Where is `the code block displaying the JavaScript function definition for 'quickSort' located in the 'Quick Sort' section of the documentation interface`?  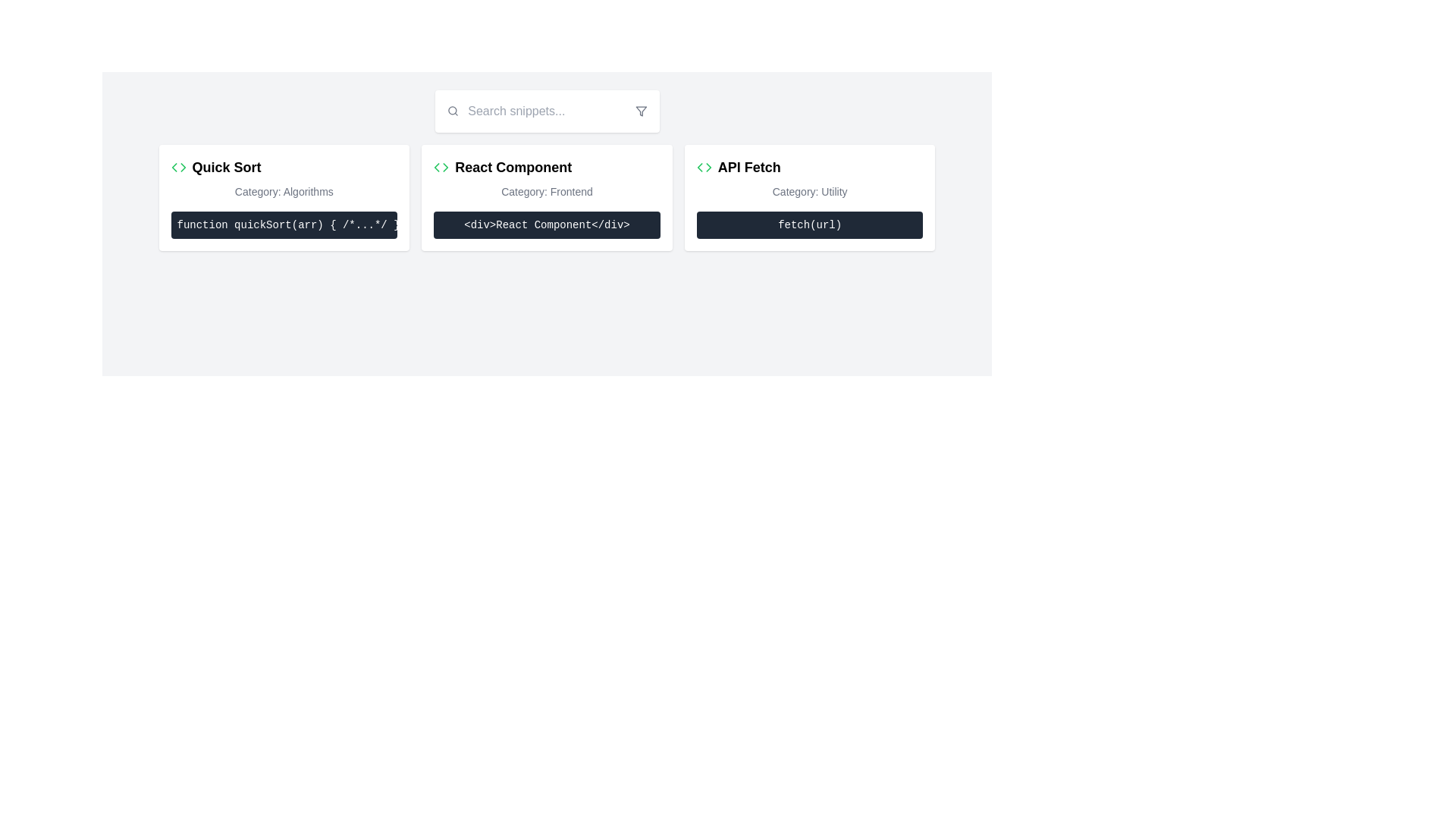
the code block displaying the JavaScript function definition for 'quickSort' located in the 'Quick Sort' section of the documentation interface is located at coordinates (284, 225).